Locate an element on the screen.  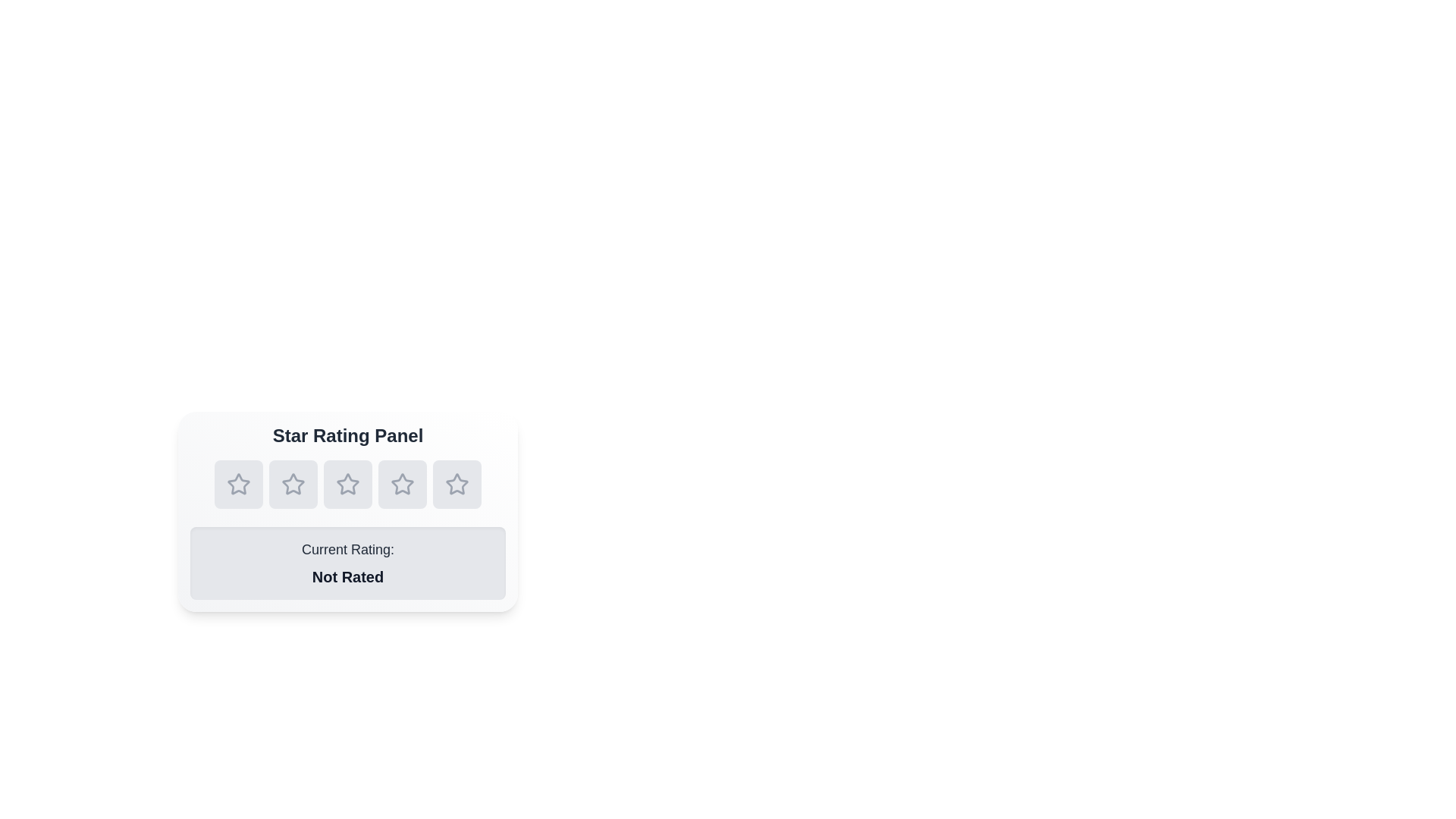
the fourth star icon in the Star Rating Panel is located at coordinates (403, 484).